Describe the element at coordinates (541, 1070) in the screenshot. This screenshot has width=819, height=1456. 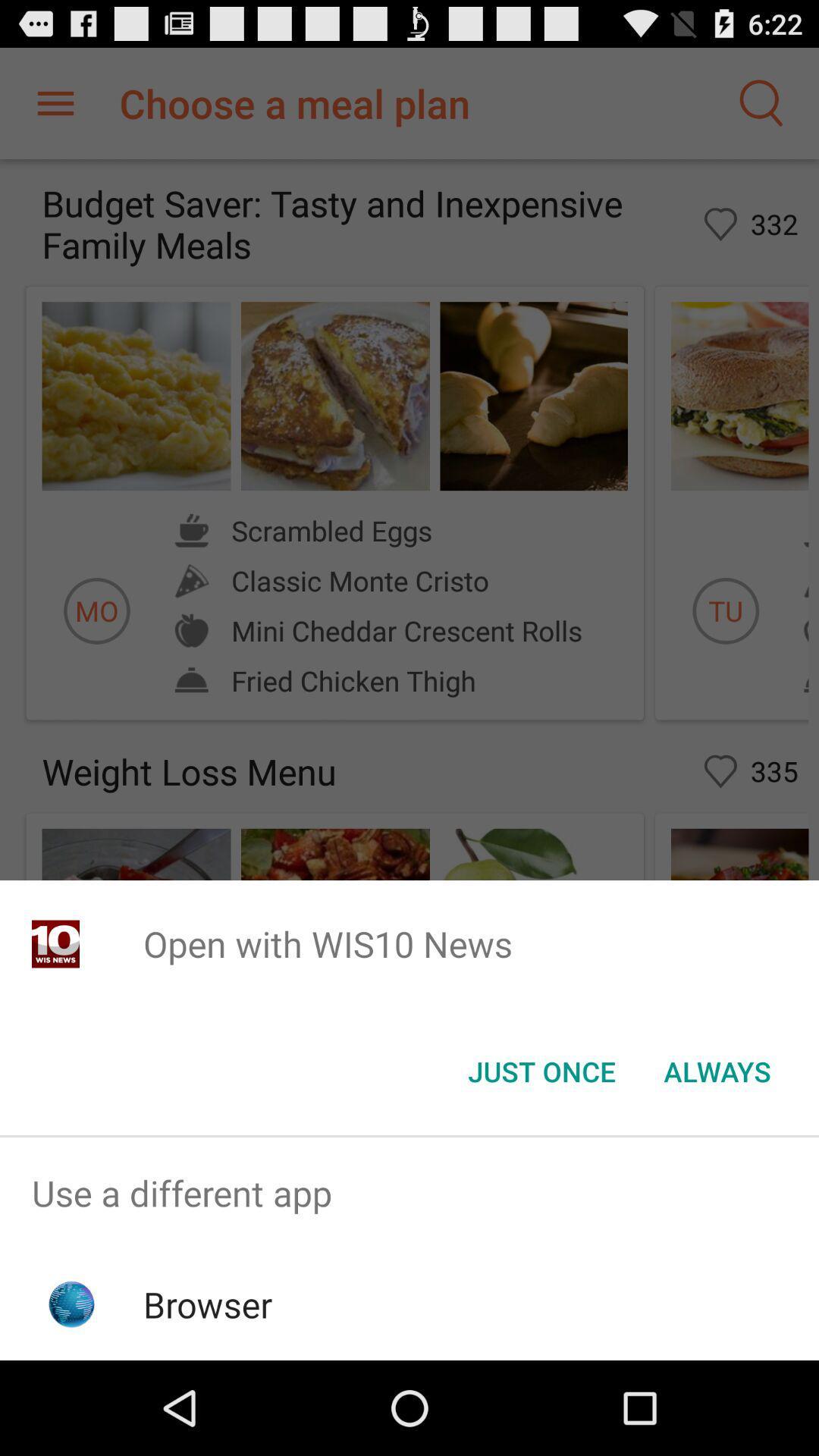
I see `the icon to the left of the always button` at that location.